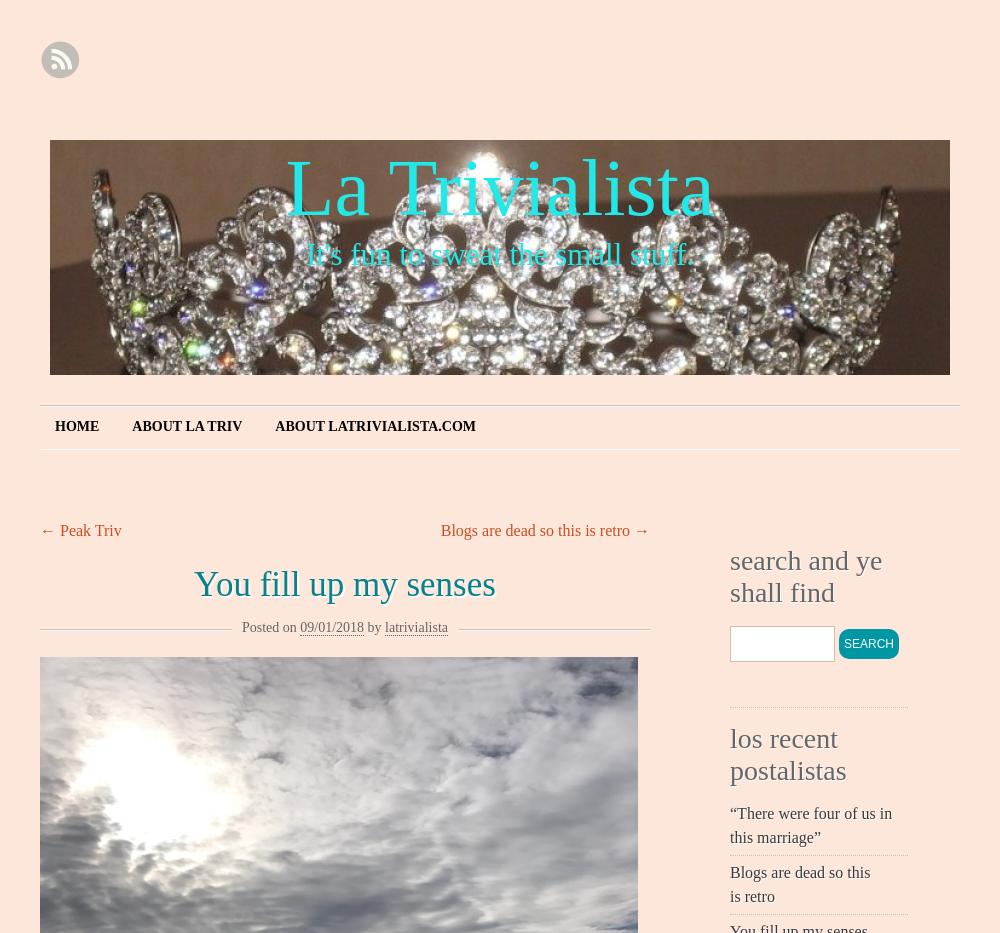 The image size is (1000, 933). I want to click on '09/01/2018', so click(331, 625).